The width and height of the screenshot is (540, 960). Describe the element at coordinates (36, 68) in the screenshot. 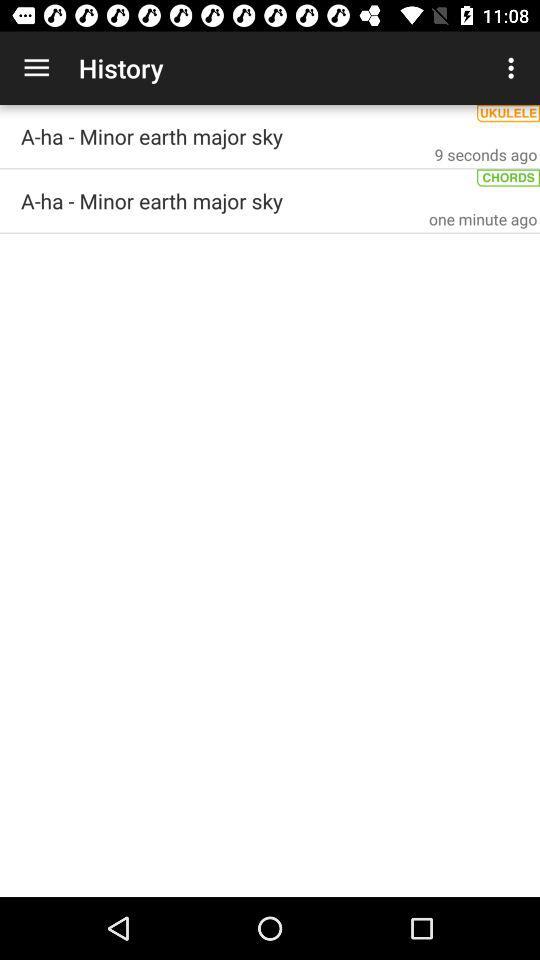

I see `the item to the left of the history app` at that location.